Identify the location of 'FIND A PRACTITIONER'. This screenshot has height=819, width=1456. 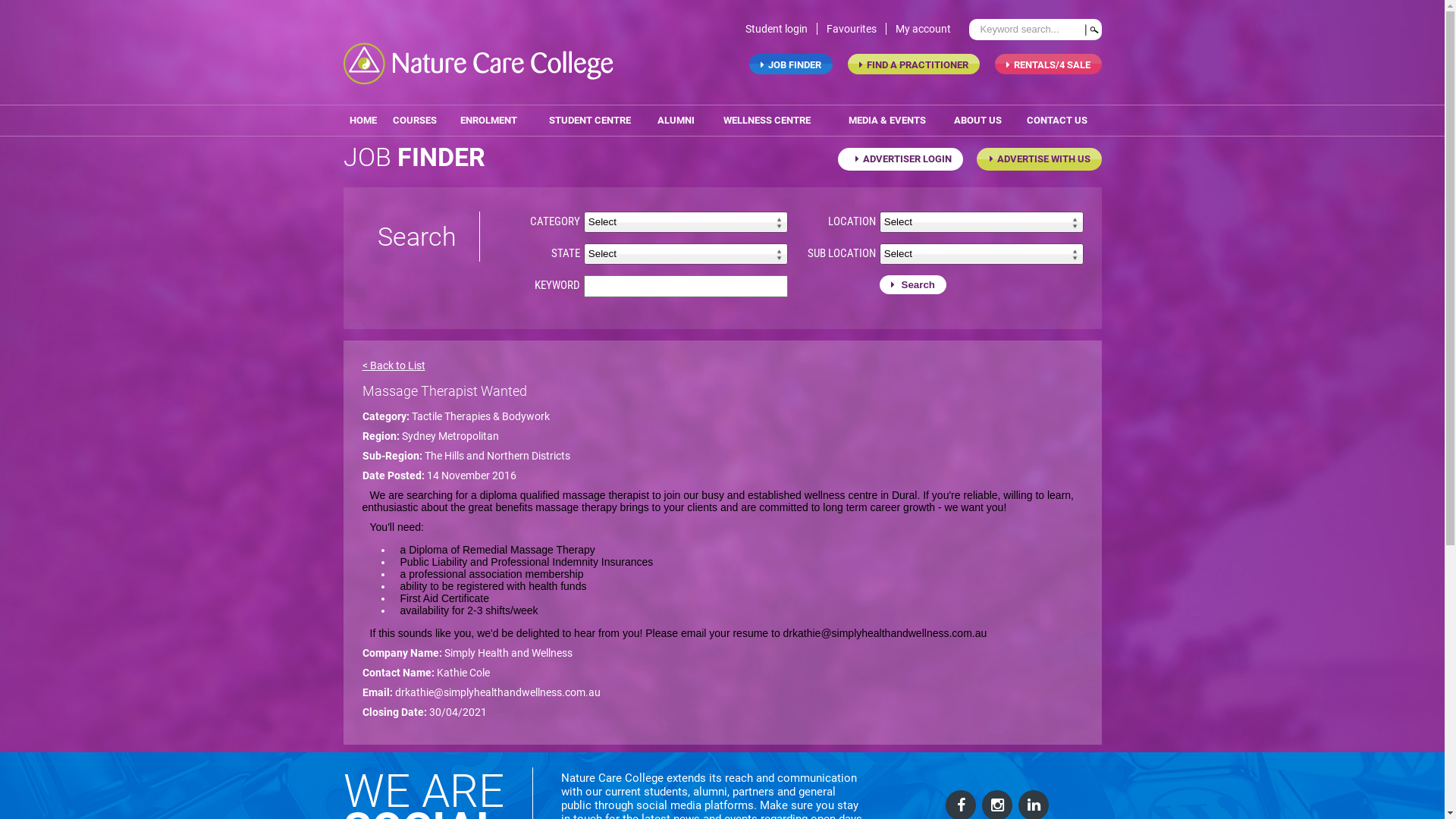
(847, 63).